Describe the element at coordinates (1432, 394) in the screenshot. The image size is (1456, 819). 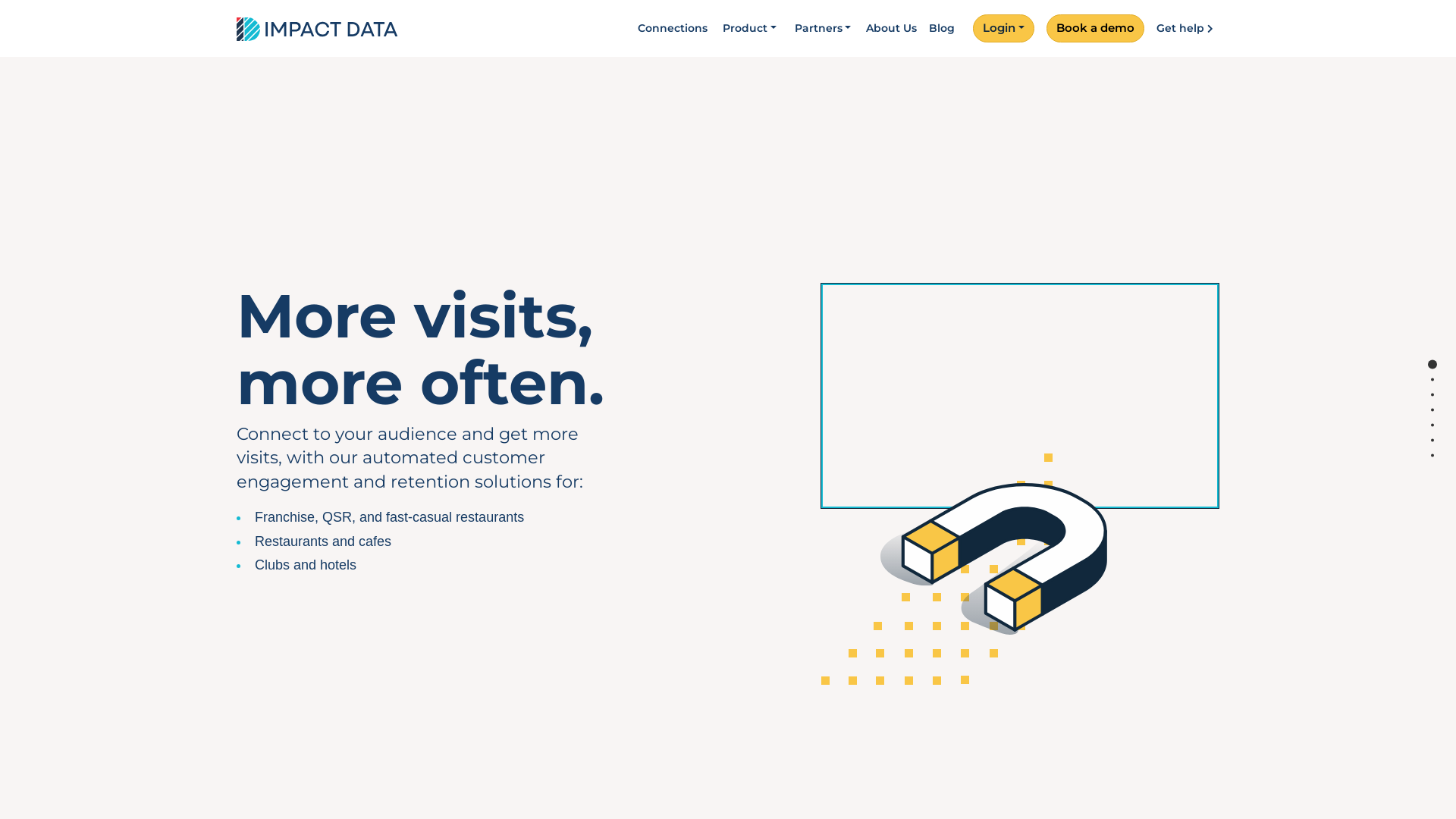
I see `'Section 3'` at that location.